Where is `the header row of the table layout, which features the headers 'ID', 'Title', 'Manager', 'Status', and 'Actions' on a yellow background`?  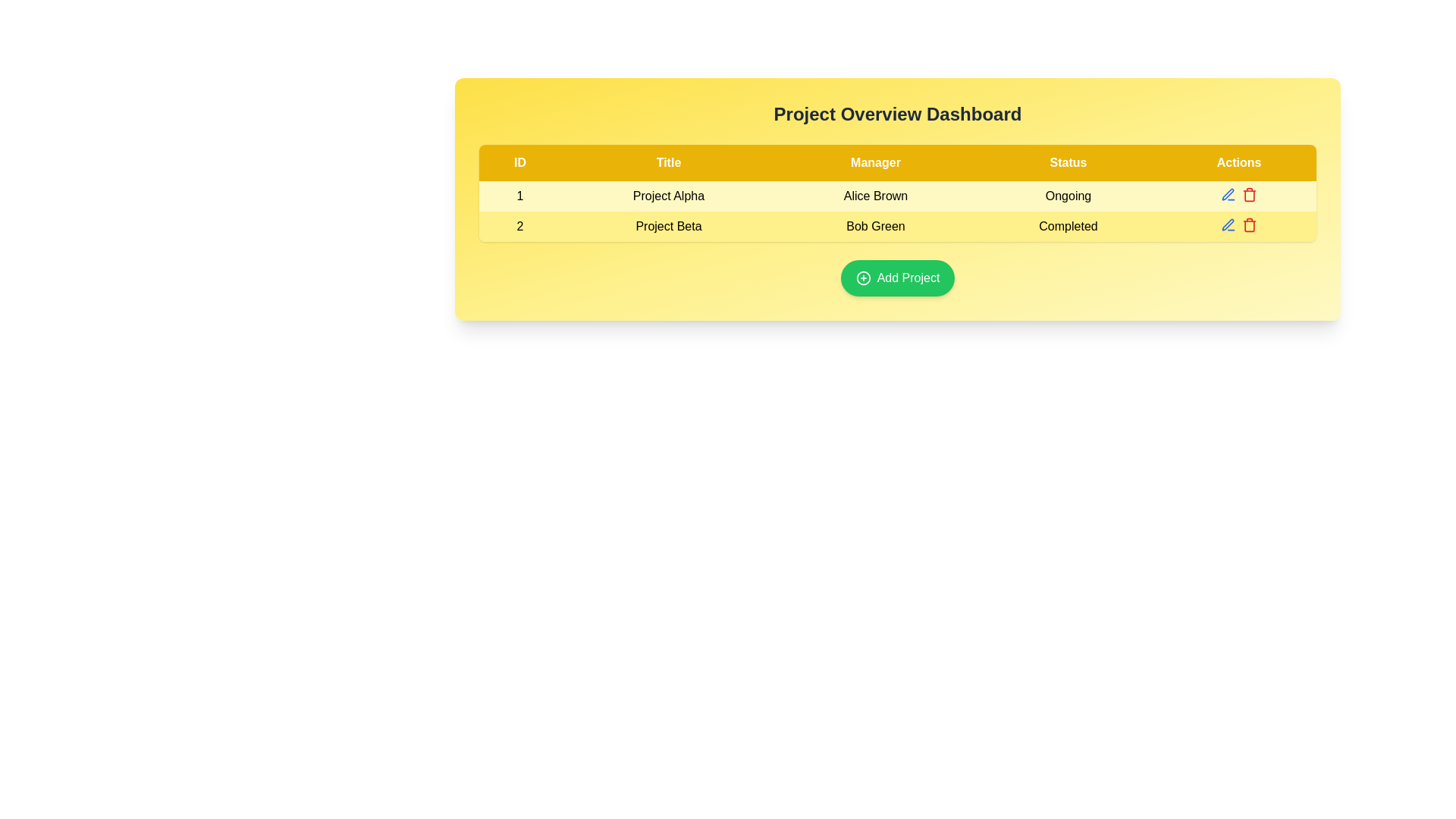 the header row of the table layout, which features the headers 'ID', 'Title', 'Manager', 'Status', and 'Actions' on a yellow background is located at coordinates (898, 163).